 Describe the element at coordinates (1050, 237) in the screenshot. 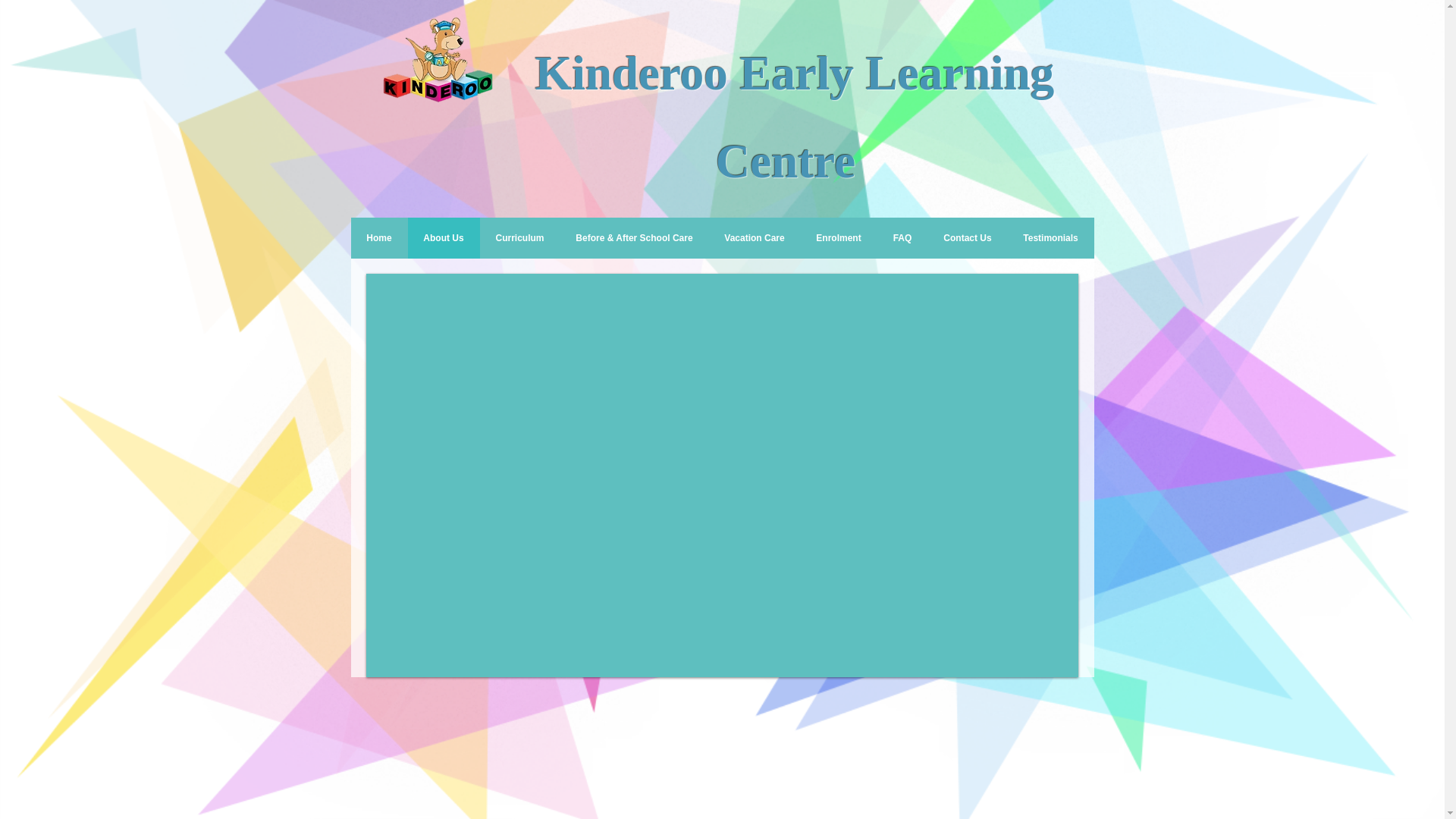

I see `'Testimonials'` at that location.